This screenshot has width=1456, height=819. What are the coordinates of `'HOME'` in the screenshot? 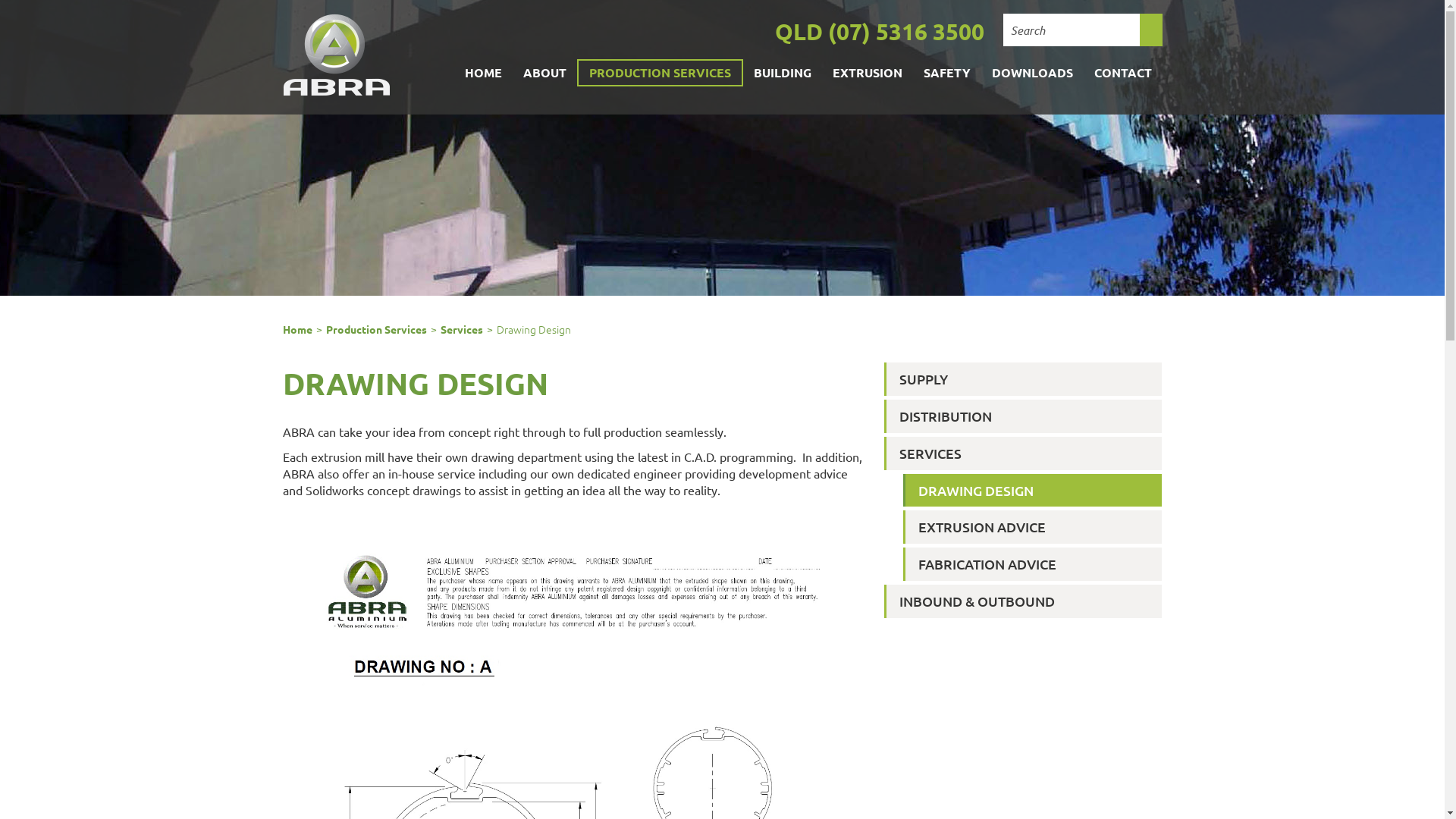 It's located at (482, 73).